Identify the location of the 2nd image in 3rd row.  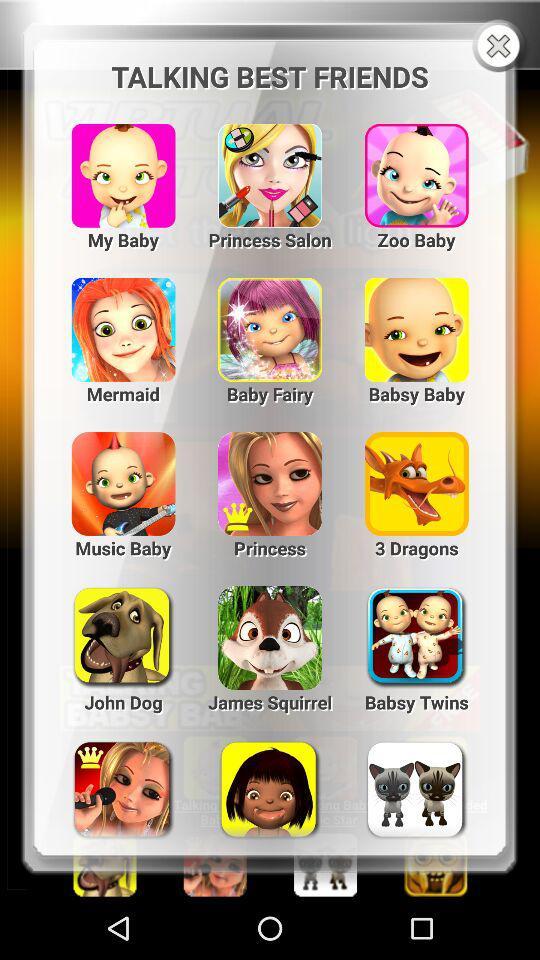
(270, 475).